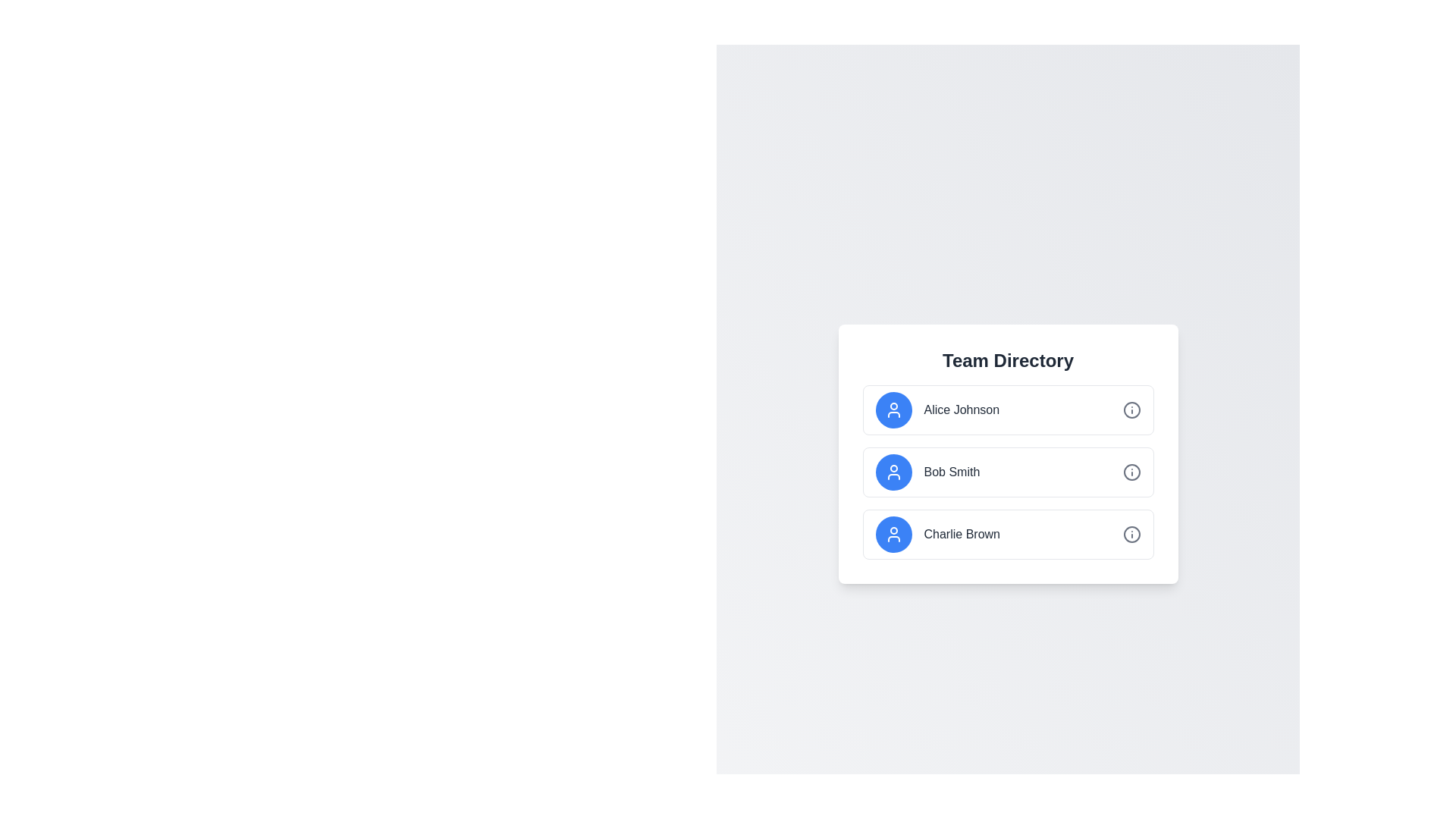 Image resolution: width=1456 pixels, height=819 pixels. I want to click on to select the list item displaying information about 'Bob Smith', which is the second item in the directory list, so click(1008, 472).